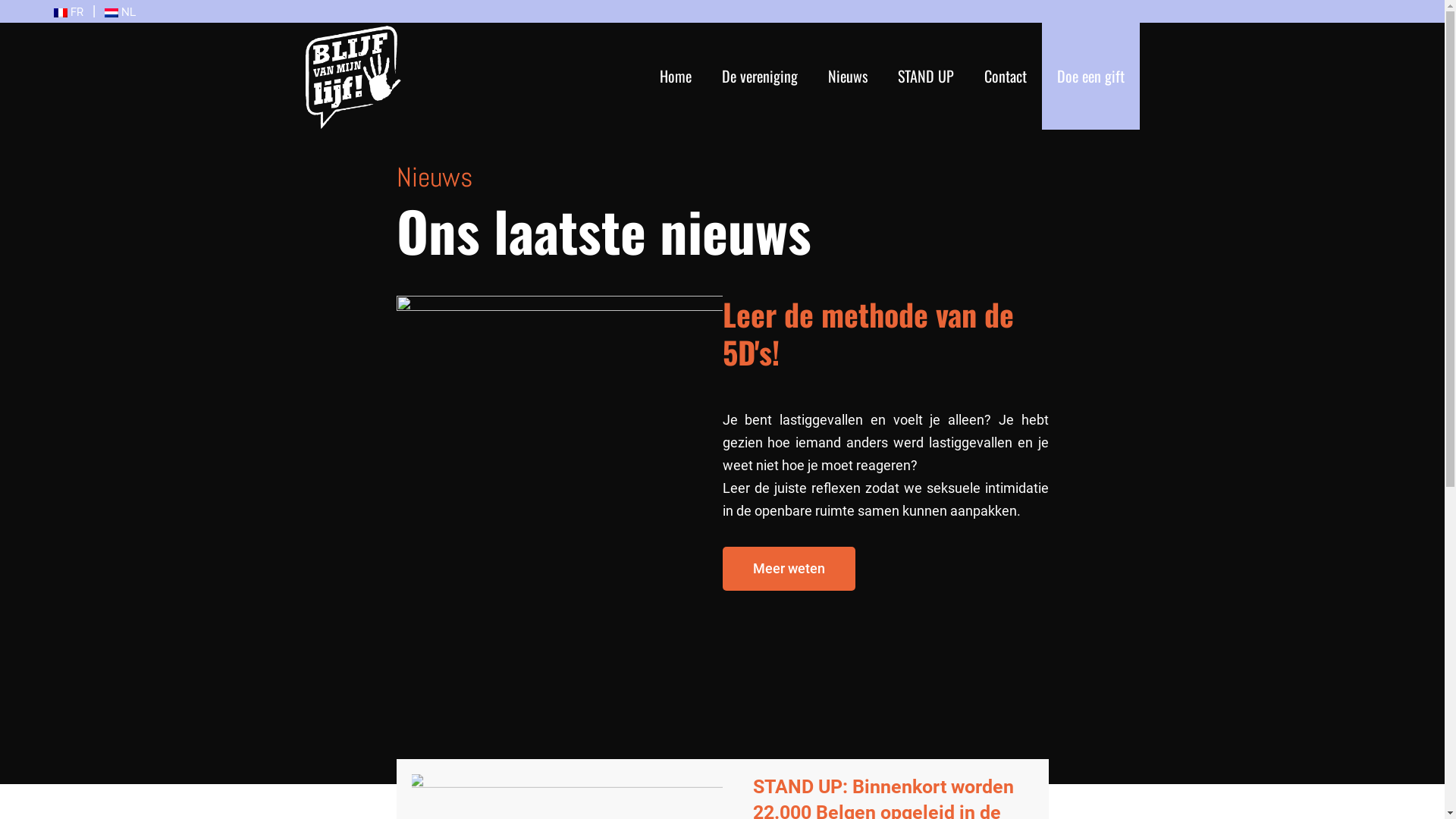 The height and width of the screenshot is (819, 1456). What do you see at coordinates (67, 11) in the screenshot?
I see `'FR'` at bounding box center [67, 11].